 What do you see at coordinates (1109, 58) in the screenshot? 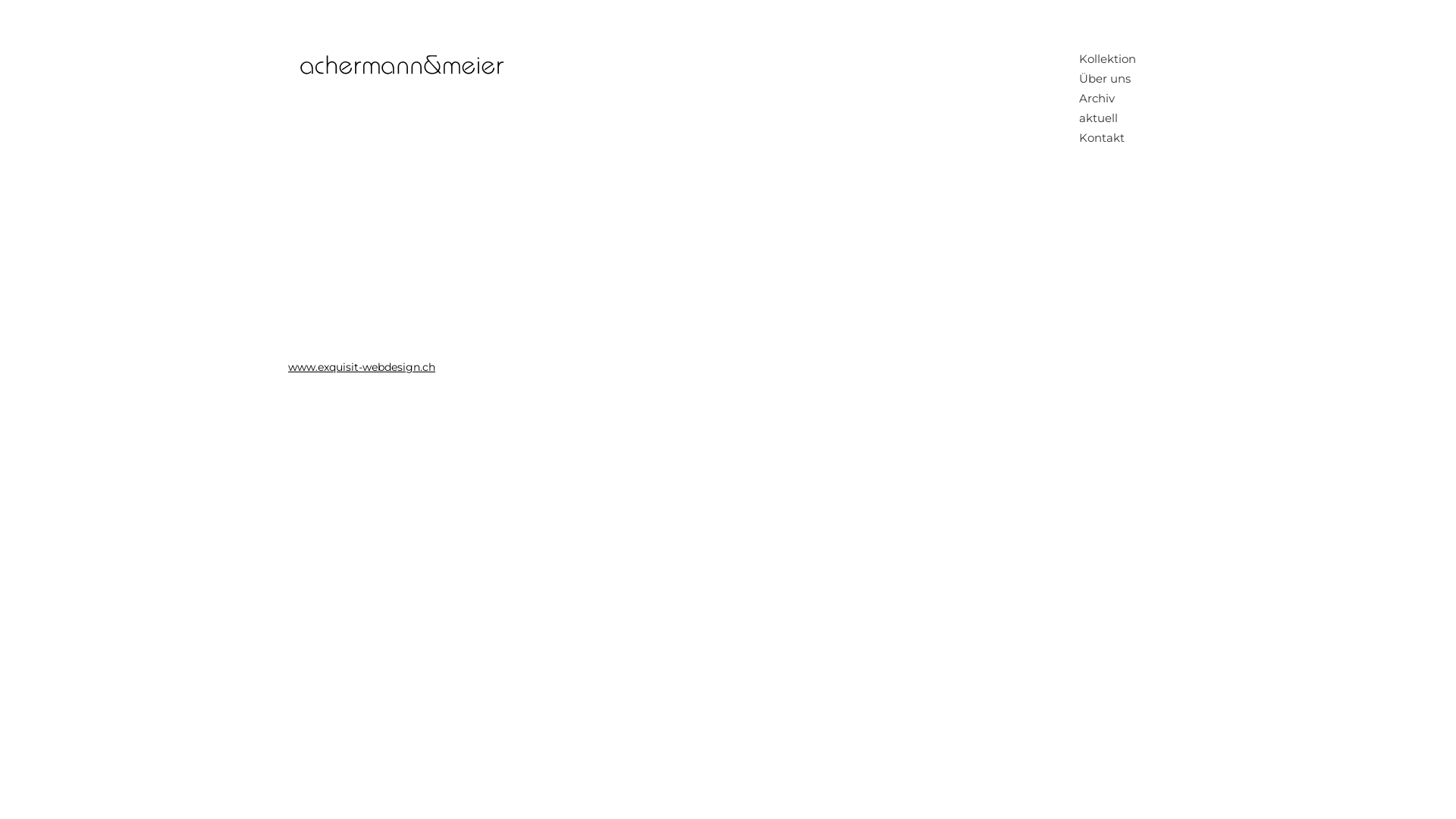
I see `'Kollektion'` at bounding box center [1109, 58].